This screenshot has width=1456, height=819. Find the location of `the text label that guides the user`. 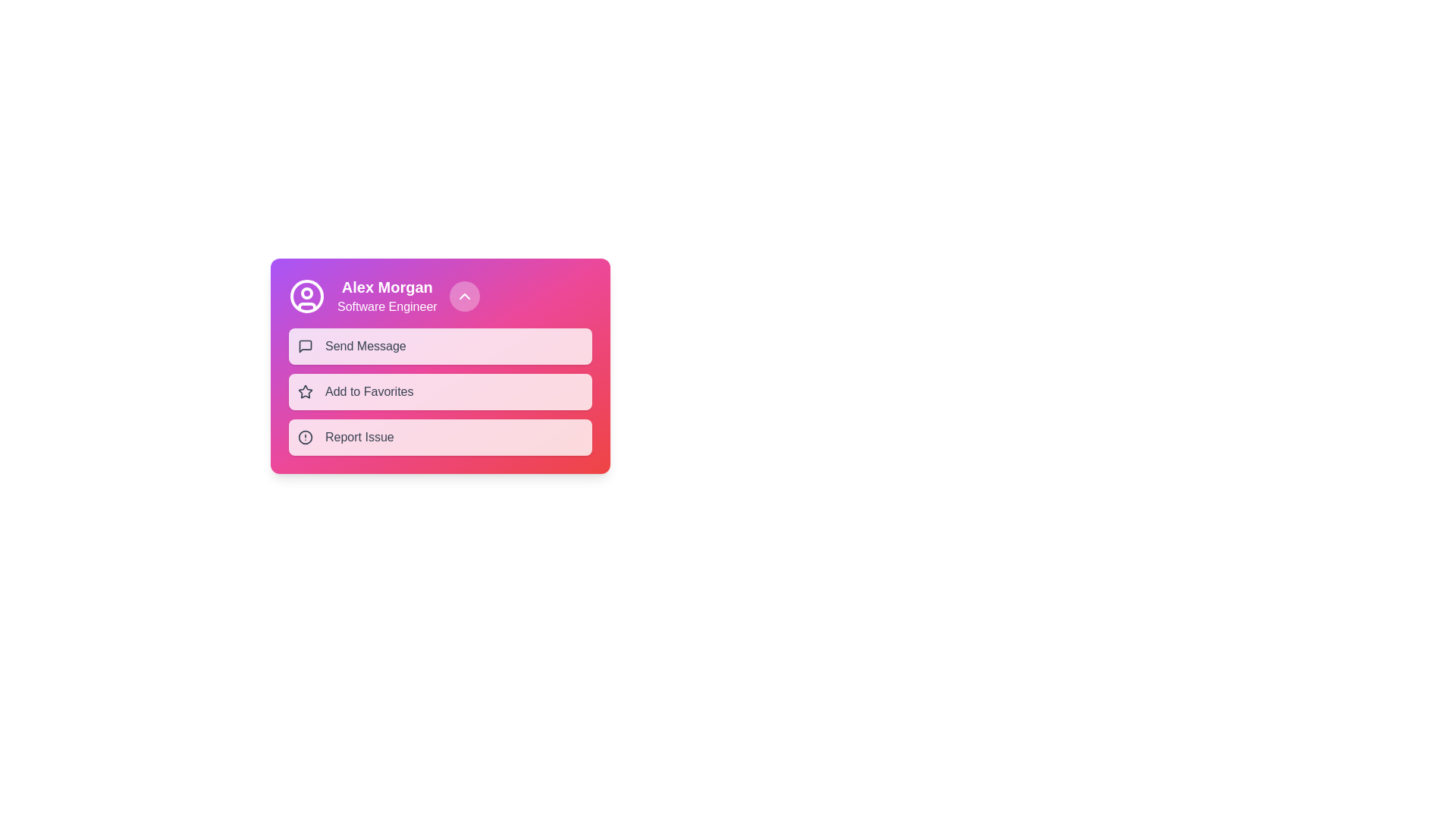

the text label that guides the user is located at coordinates (359, 438).